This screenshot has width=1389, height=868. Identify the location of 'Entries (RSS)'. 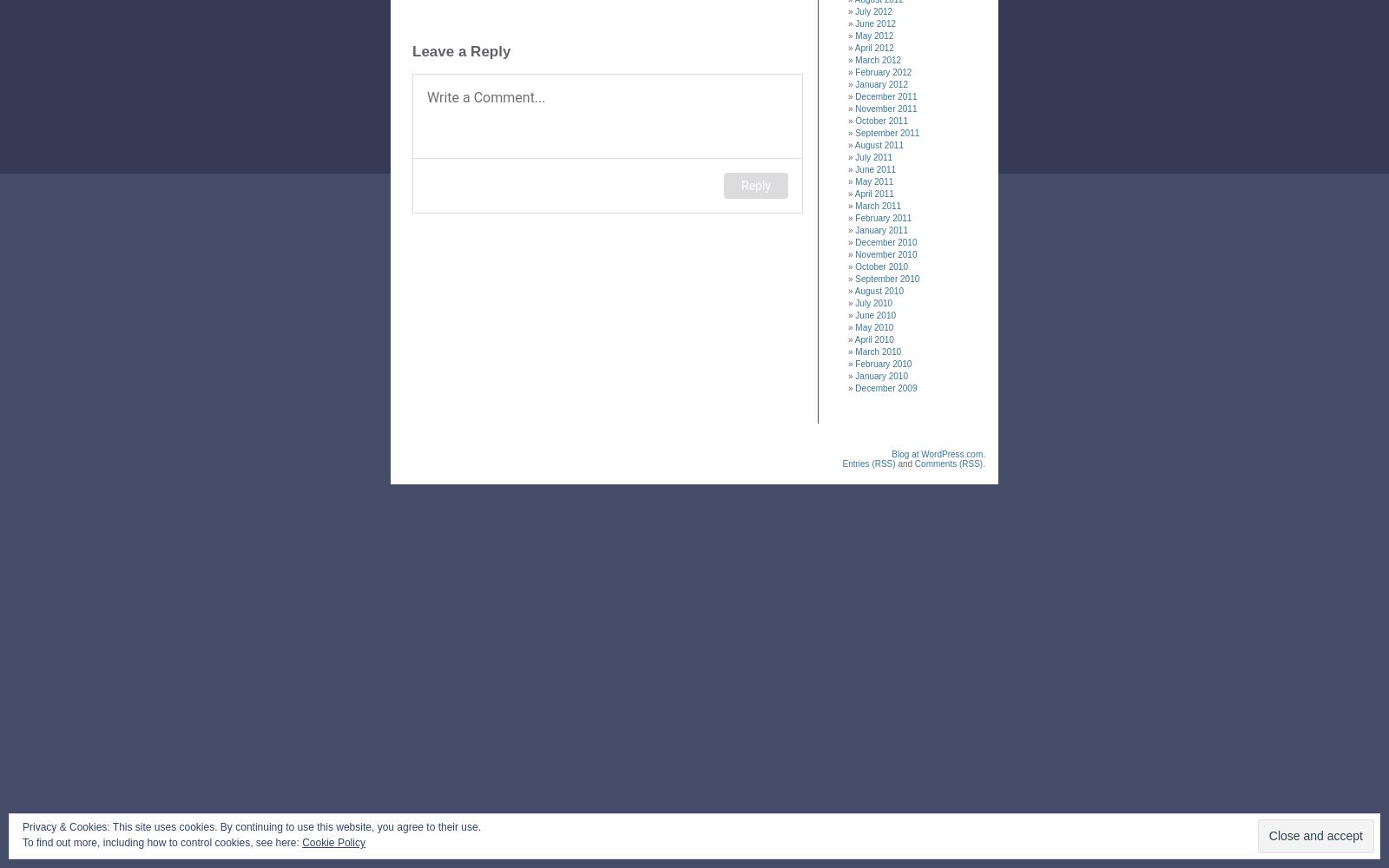
(867, 464).